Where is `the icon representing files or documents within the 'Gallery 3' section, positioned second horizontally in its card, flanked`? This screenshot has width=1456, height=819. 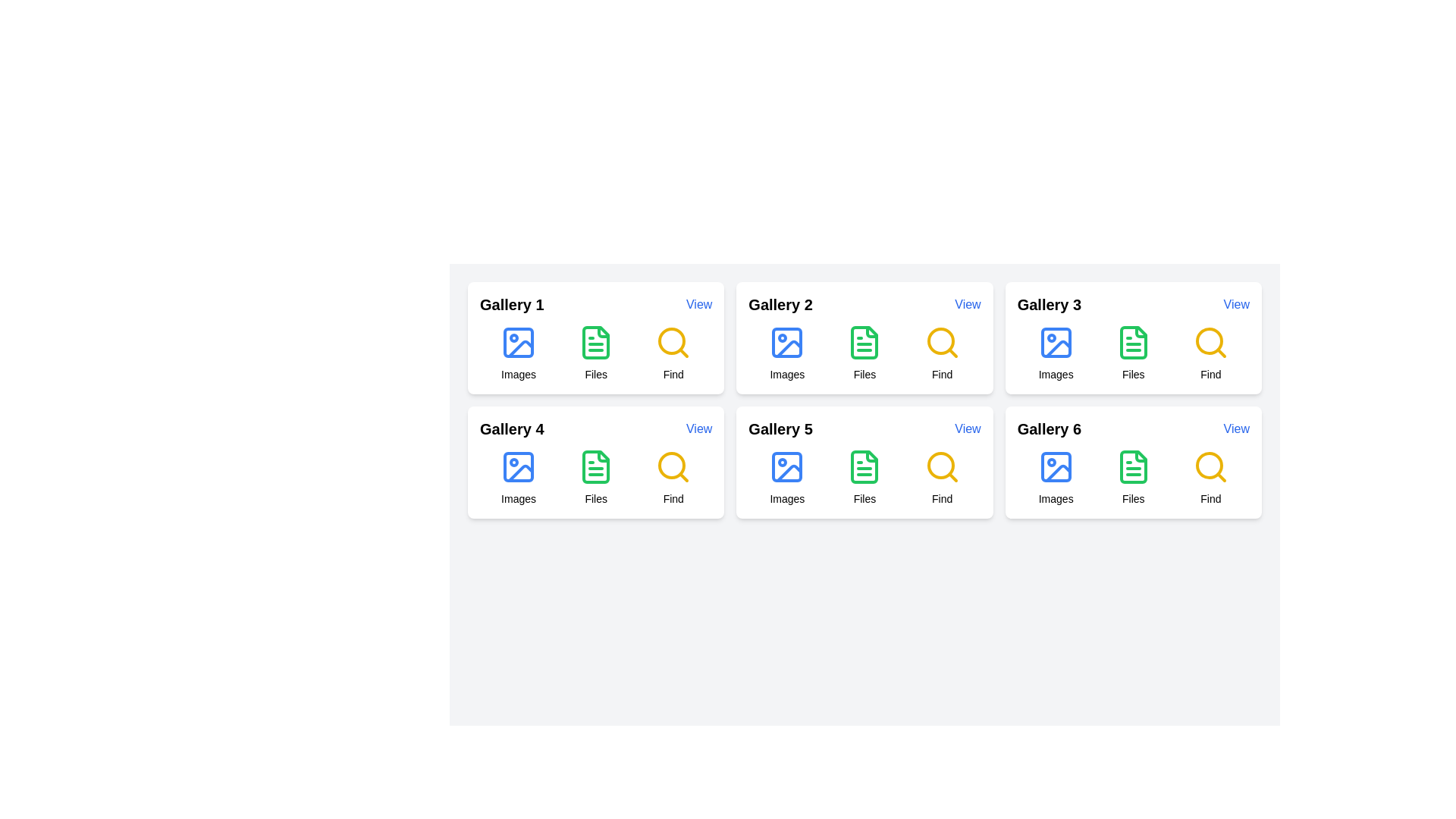 the icon representing files or documents within the 'Gallery 3' section, positioned second horizontally in its card, flanked is located at coordinates (1133, 466).